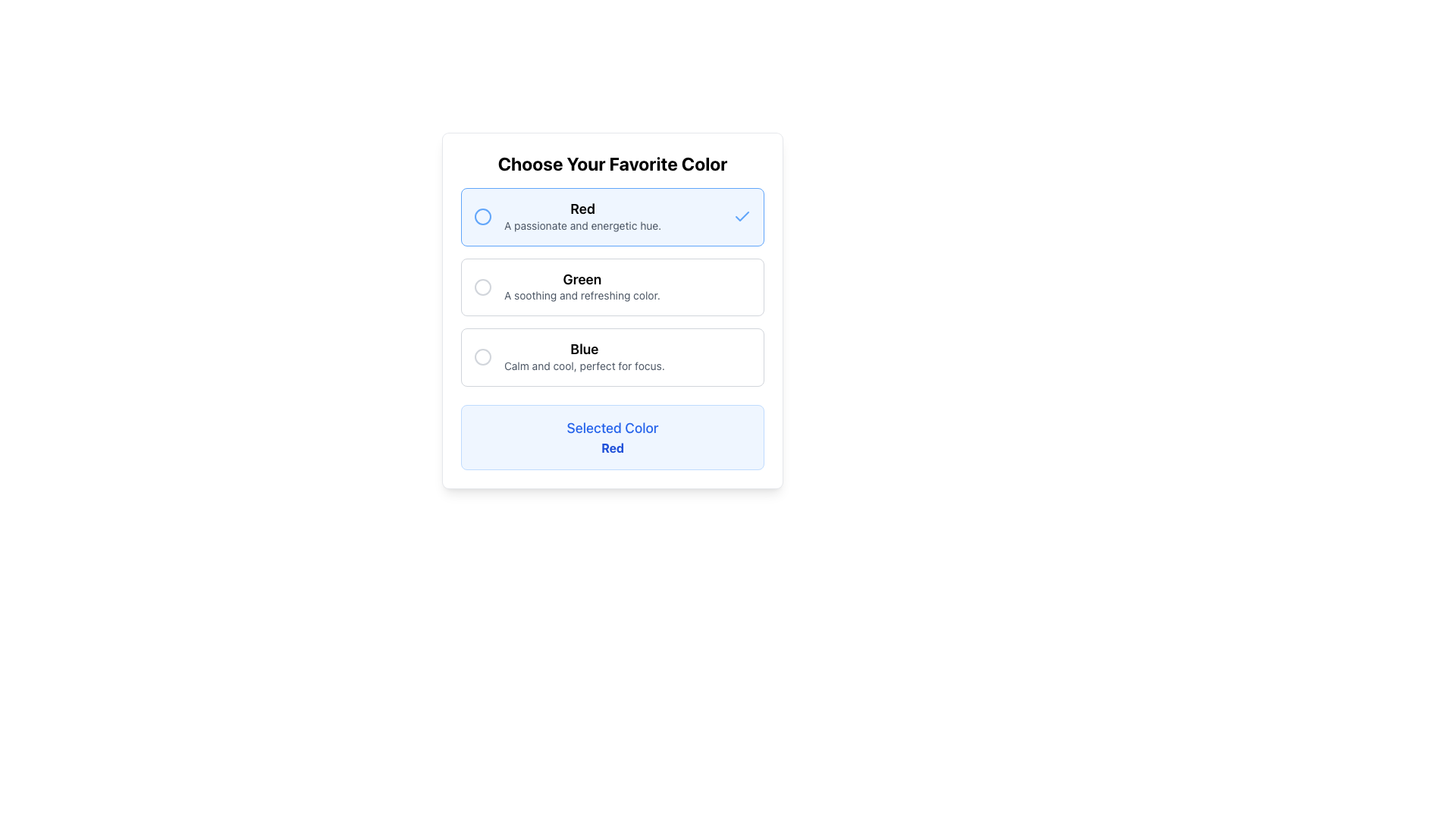  What do you see at coordinates (582, 209) in the screenshot?
I see `the title label of the selectable color option located at the top of the vertical list, which is above the descriptive text 'A passionate and energetic hue'` at bounding box center [582, 209].